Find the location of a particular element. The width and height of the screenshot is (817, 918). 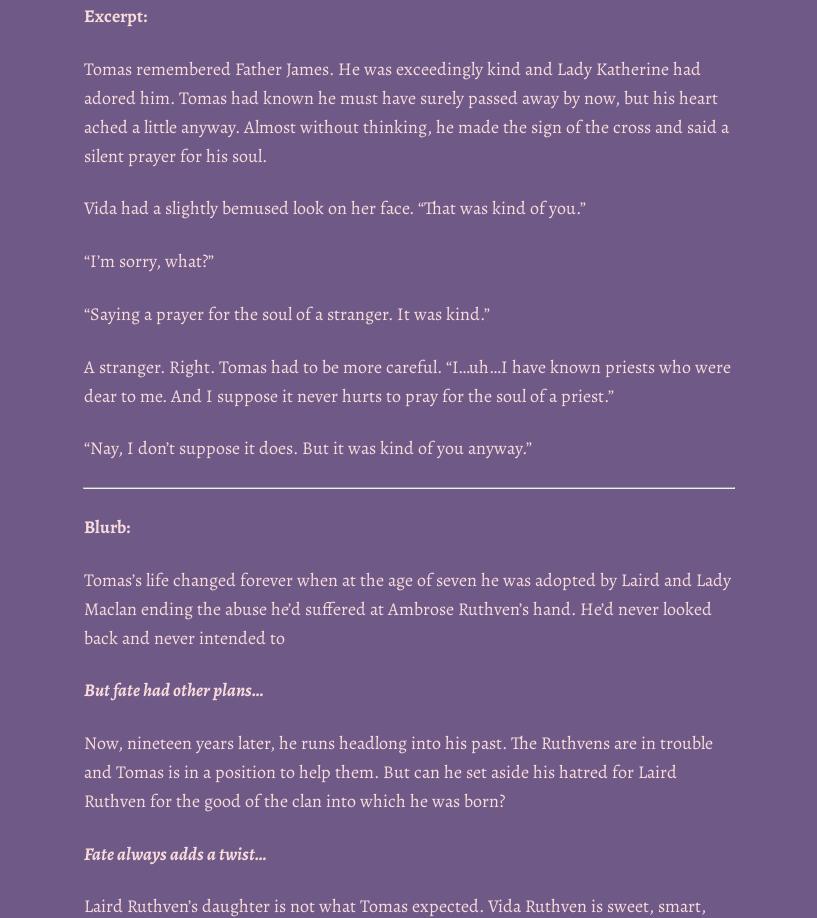

'“I’m sorry, what?”' is located at coordinates (148, 259).